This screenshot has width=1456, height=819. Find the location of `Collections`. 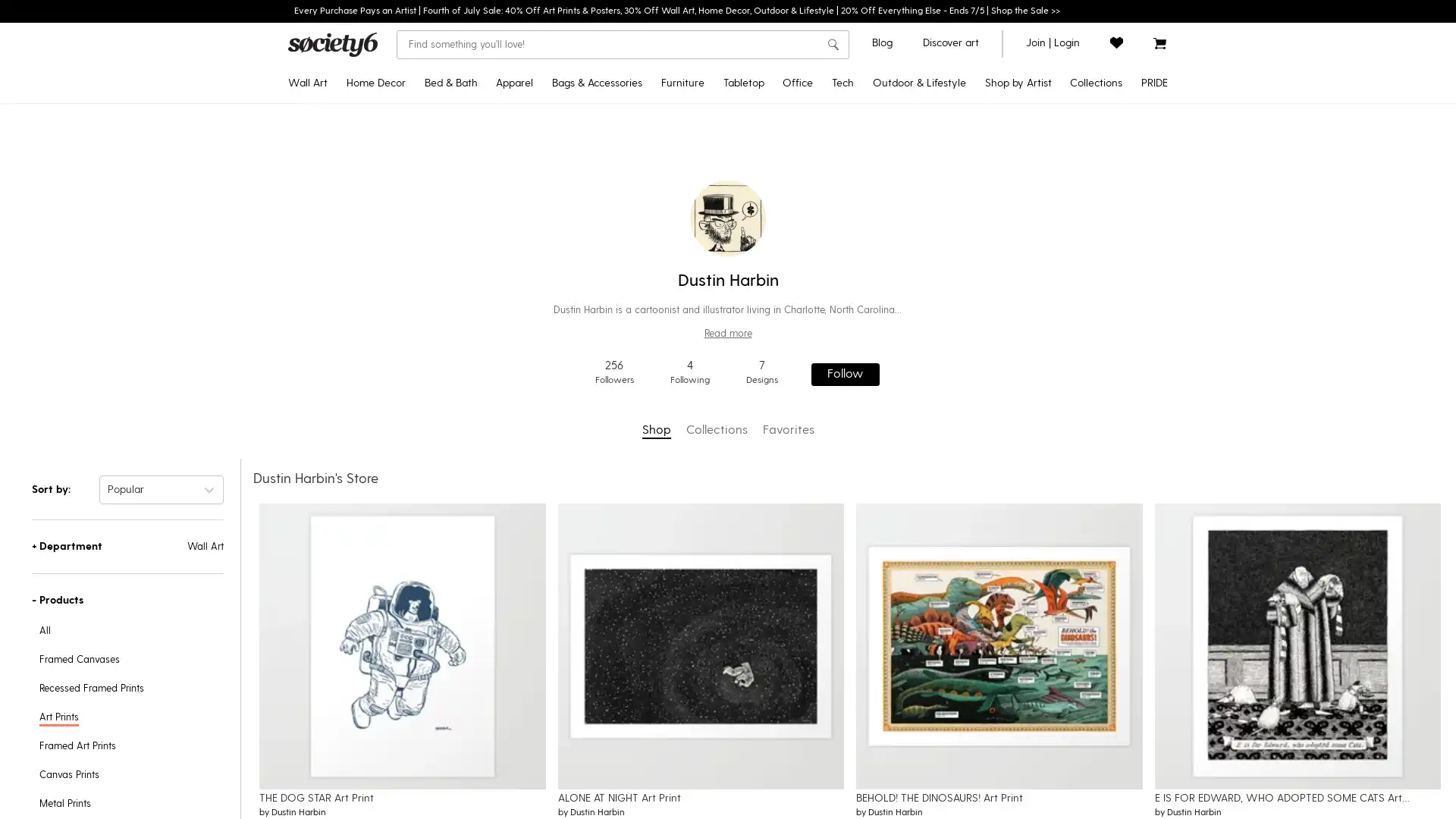

Collections is located at coordinates (1096, 83).